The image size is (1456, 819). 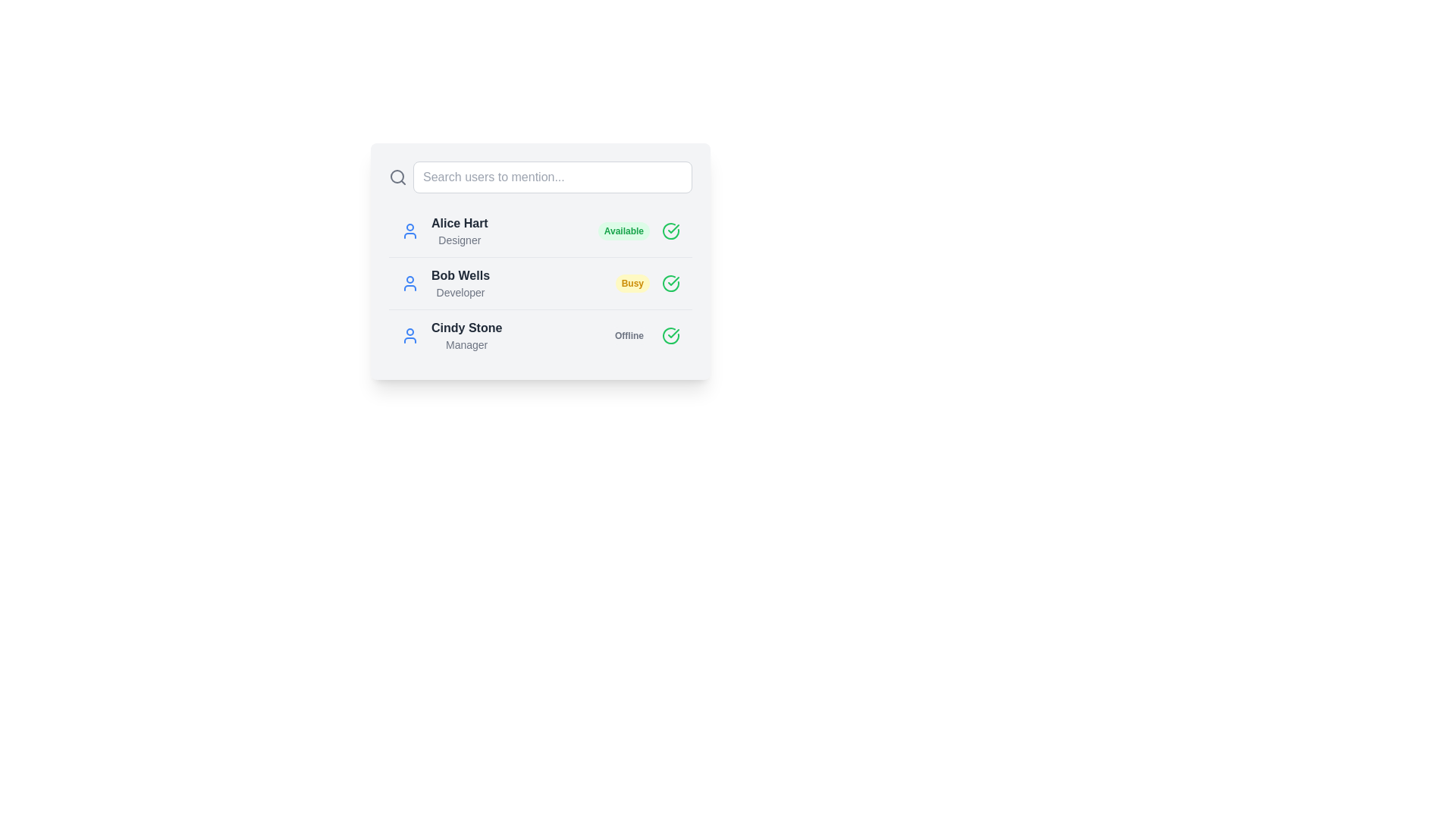 What do you see at coordinates (632, 284) in the screenshot?
I see `the 'Busy' badge or label indicating the current status of the user 'Bob Wells', located to the right of the text 'Developer' and between the textual information and a green checkmark icon` at bounding box center [632, 284].